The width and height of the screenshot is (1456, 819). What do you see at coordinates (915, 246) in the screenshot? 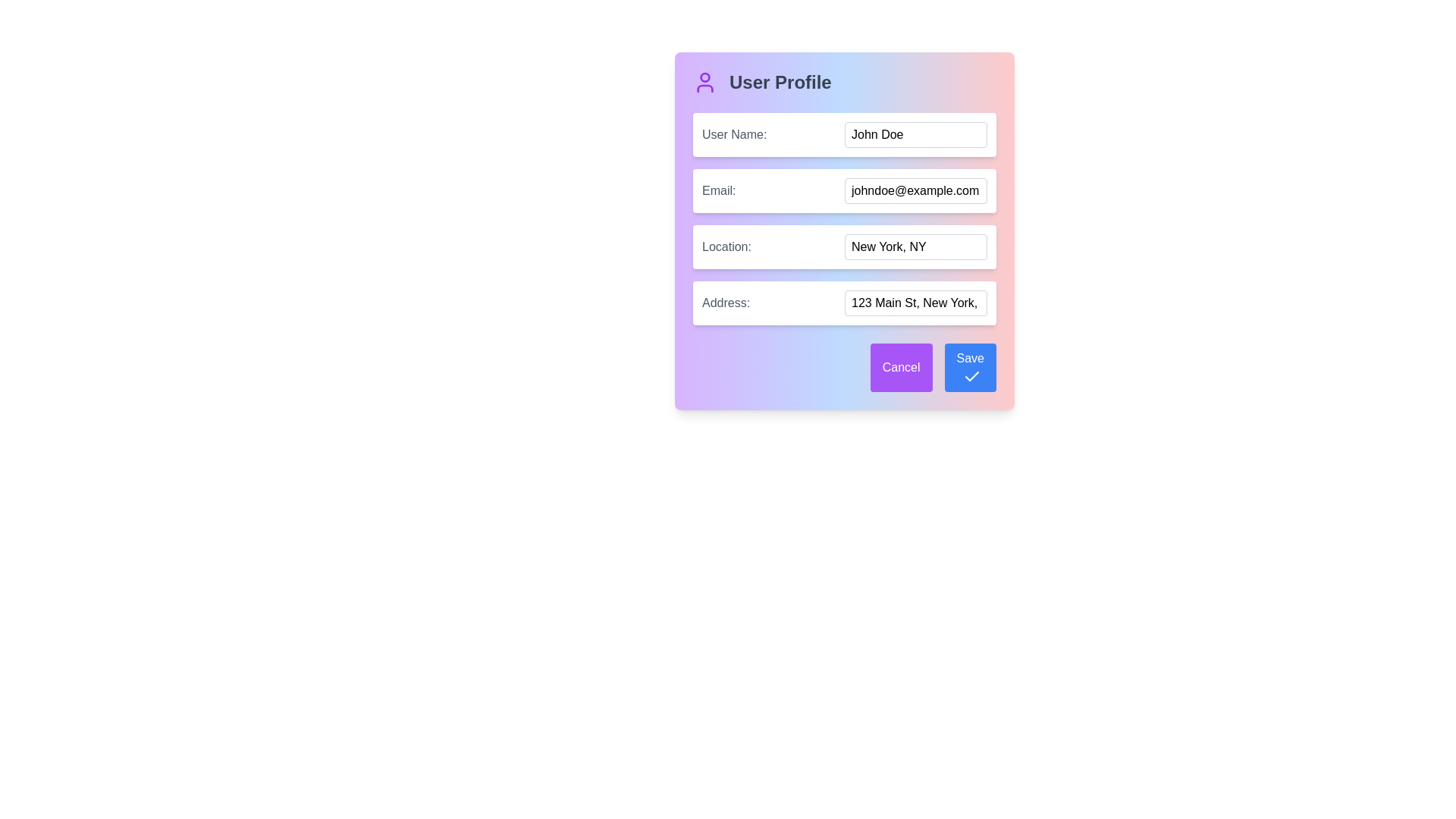
I see `the text input field for location details, which is positioned to the right of the label 'Location:' and currently contains 'New York, NY'` at bounding box center [915, 246].